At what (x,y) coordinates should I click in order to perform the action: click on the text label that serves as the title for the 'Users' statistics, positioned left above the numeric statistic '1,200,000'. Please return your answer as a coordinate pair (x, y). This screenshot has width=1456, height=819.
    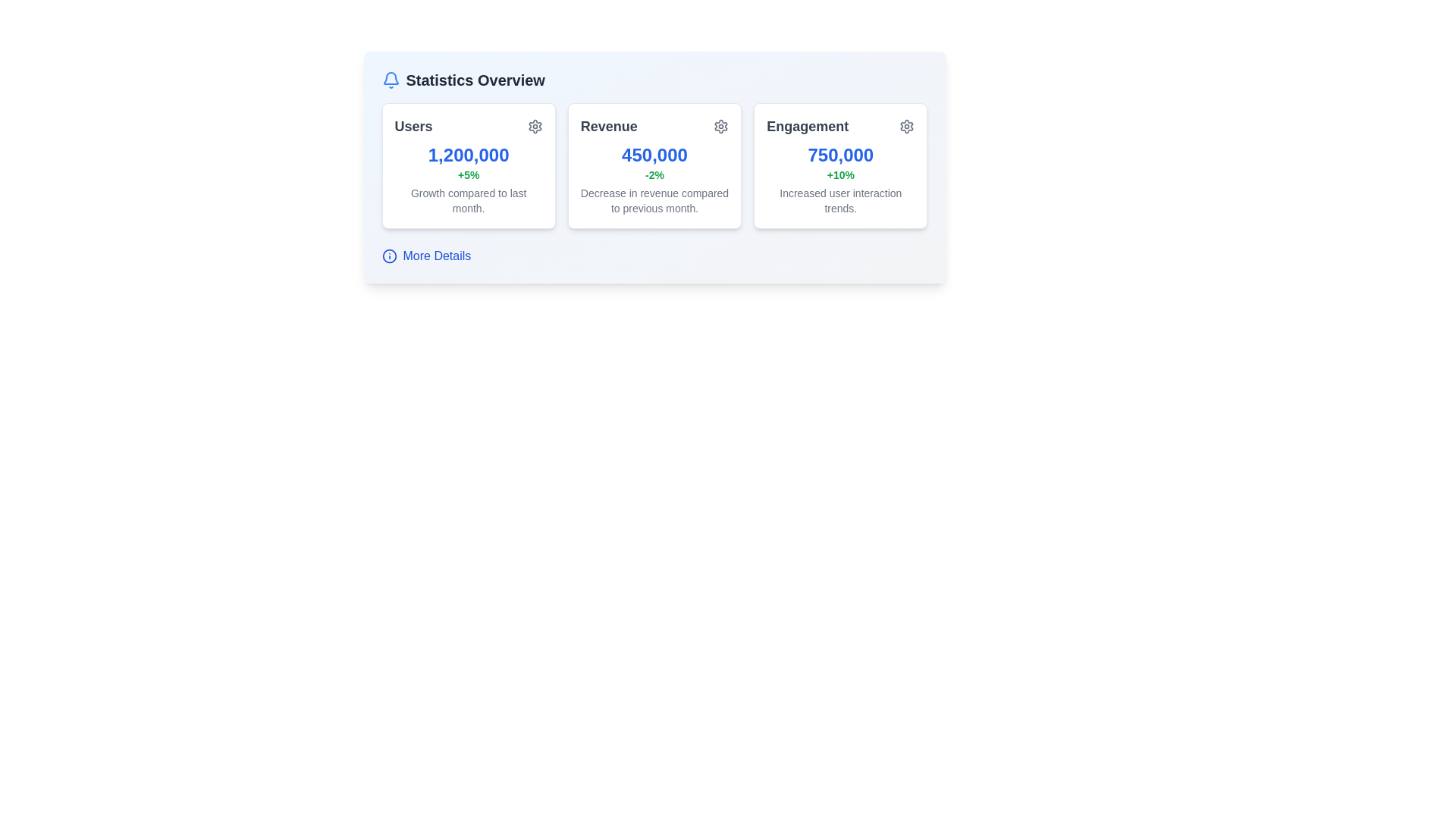
    Looking at the image, I should click on (413, 125).